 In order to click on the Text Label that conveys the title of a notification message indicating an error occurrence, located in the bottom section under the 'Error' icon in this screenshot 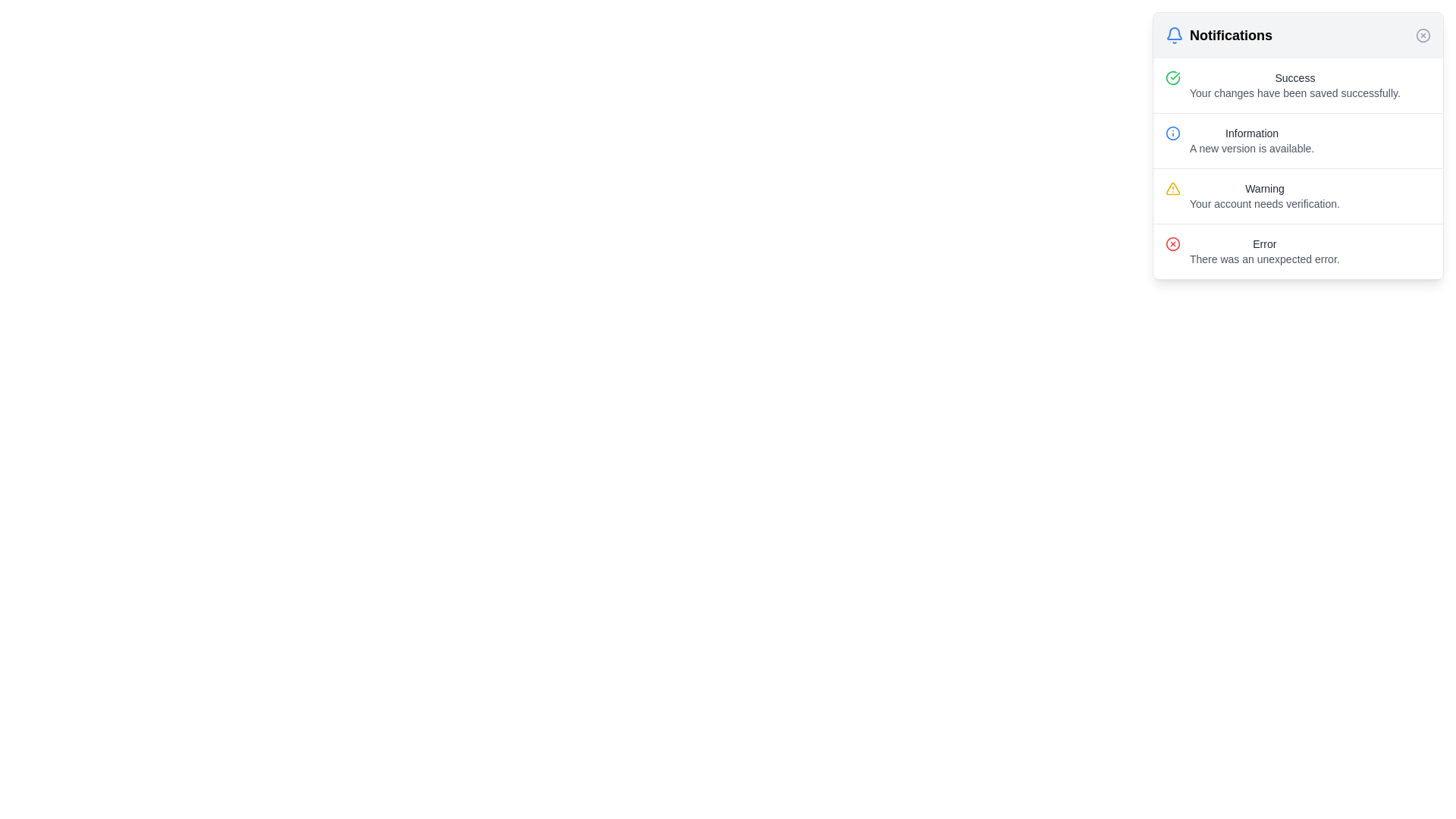, I will do `click(1264, 243)`.